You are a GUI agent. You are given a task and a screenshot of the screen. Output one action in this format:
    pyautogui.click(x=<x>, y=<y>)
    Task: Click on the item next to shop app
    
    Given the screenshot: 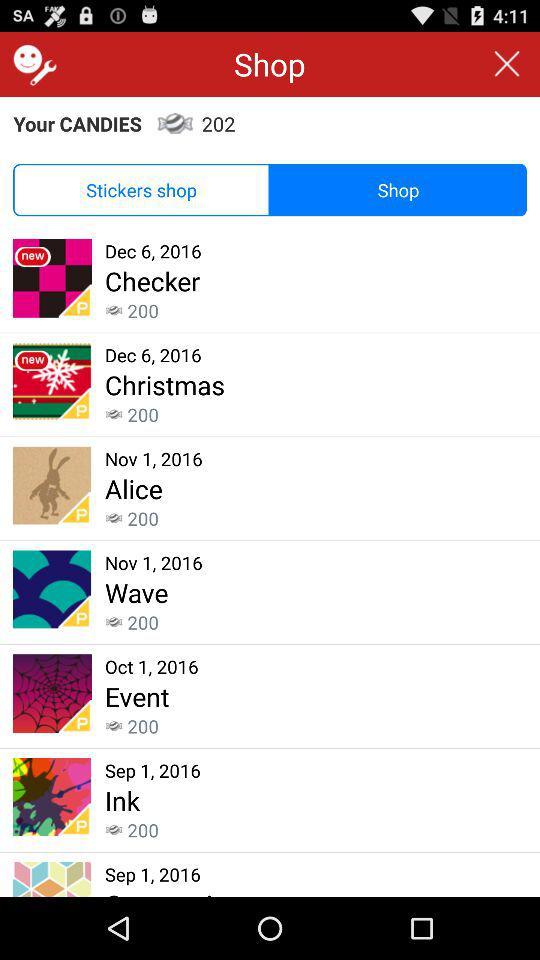 What is the action you would take?
    pyautogui.click(x=31, y=64)
    